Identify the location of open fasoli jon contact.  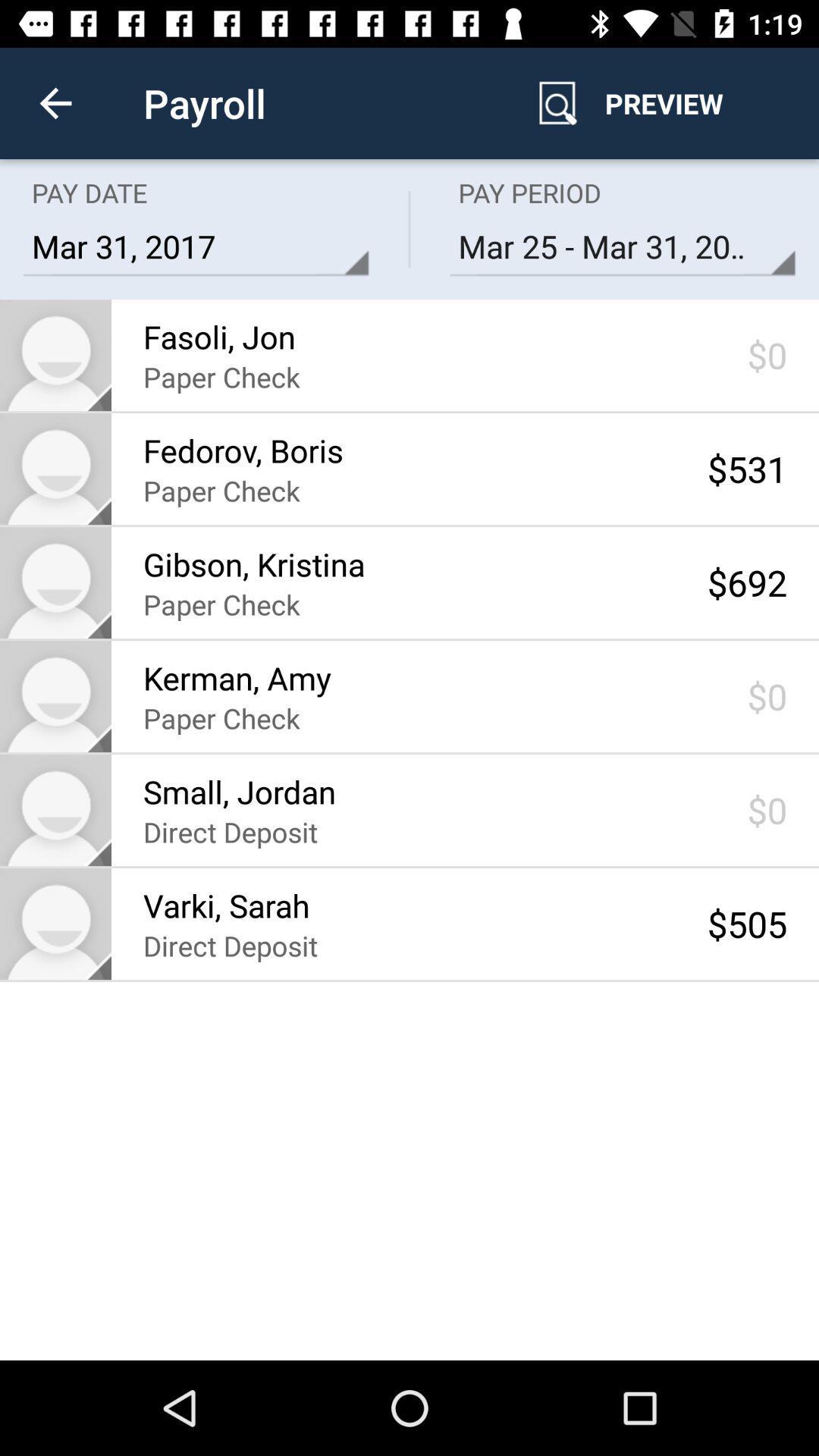
(55, 354).